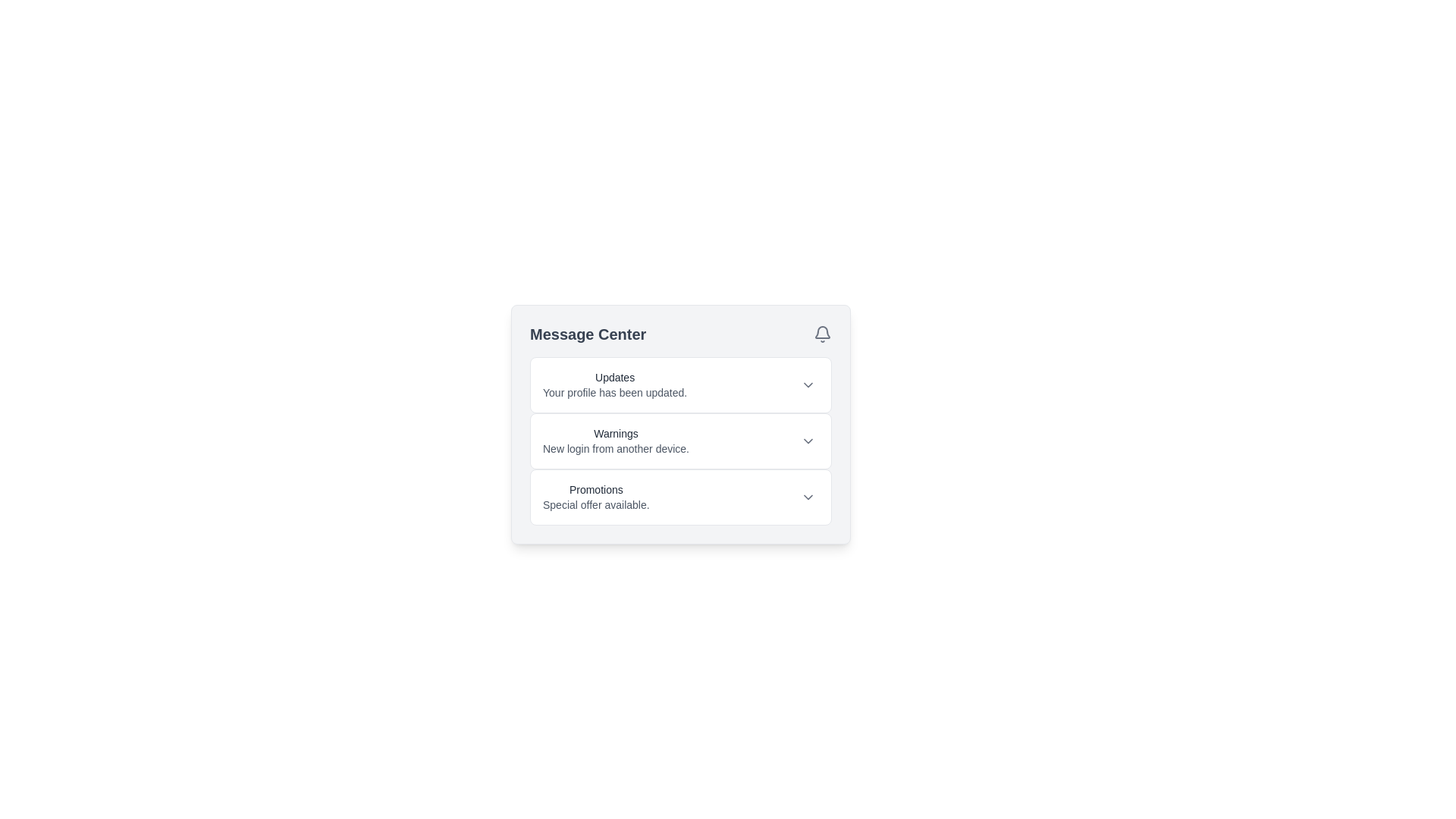 This screenshot has width=1456, height=819. Describe the element at coordinates (616, 447) in the screenshot. I see `the static text warning about a new login from another device located in the Message Center panel, directly below the 'Warnings' title` at that location.